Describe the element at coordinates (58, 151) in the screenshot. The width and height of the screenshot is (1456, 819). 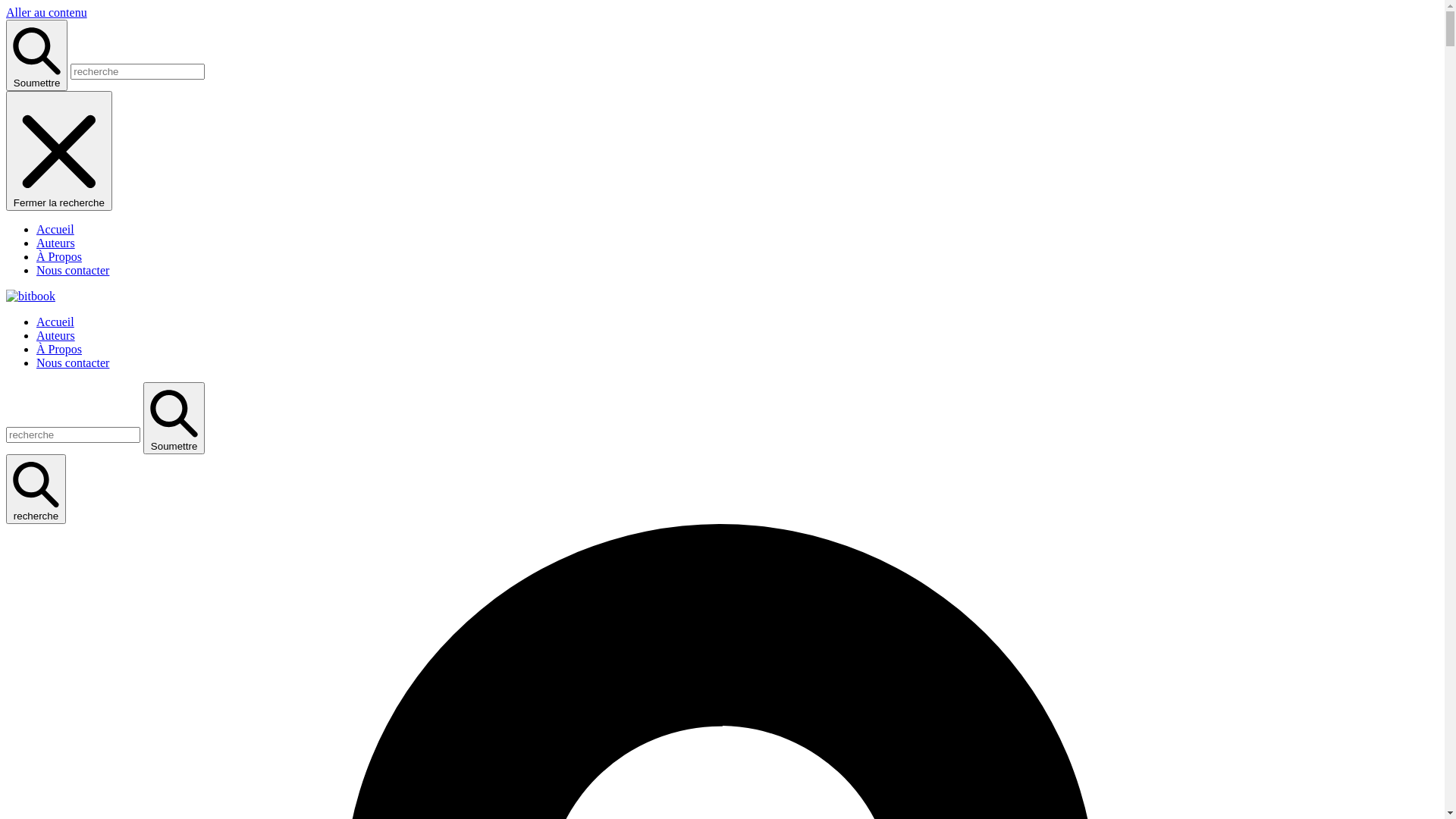
I see `'Fermer la recherche'` at that location.